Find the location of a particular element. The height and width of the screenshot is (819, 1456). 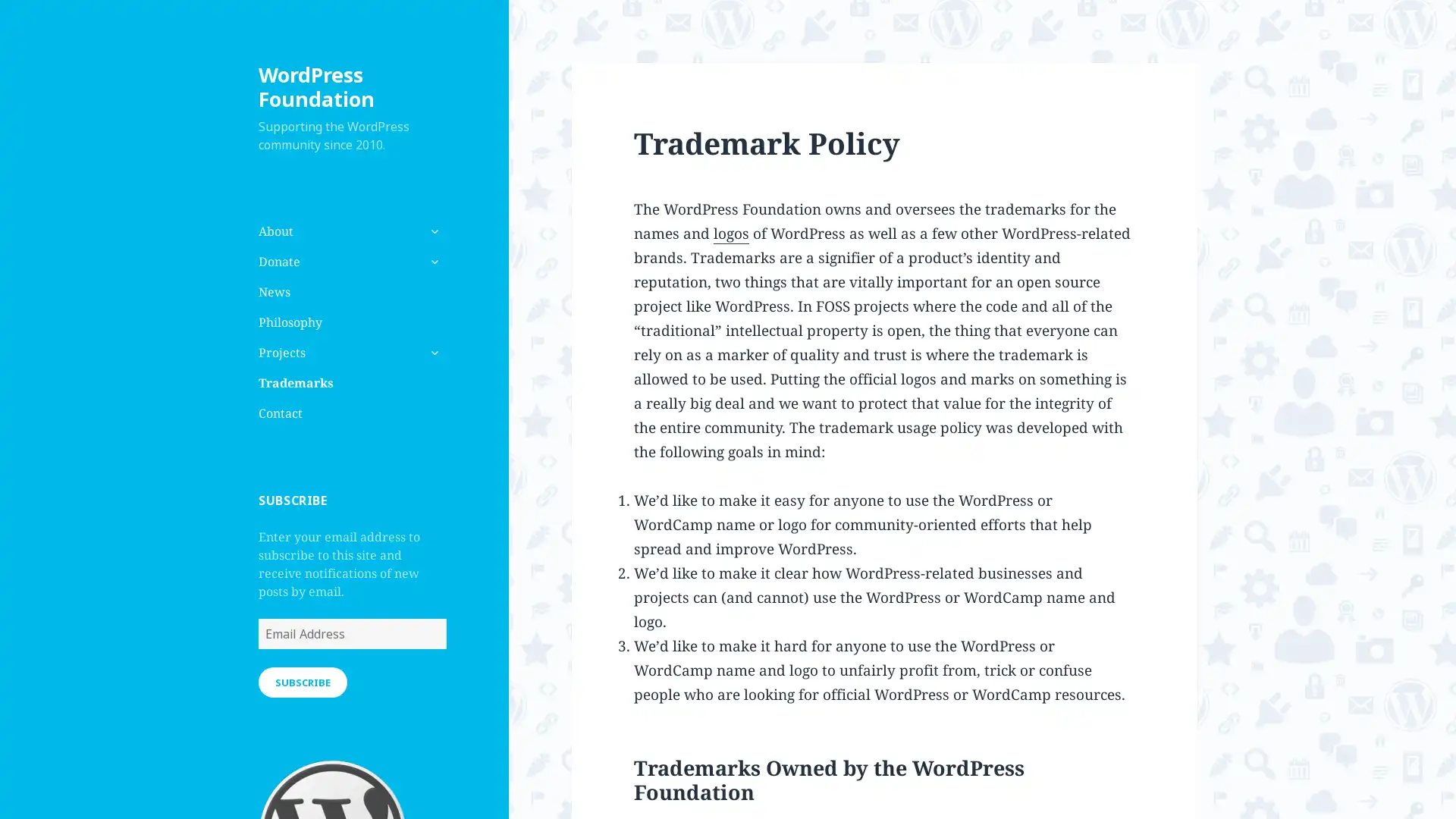

expand child menu is located at coordinates (432, 353).